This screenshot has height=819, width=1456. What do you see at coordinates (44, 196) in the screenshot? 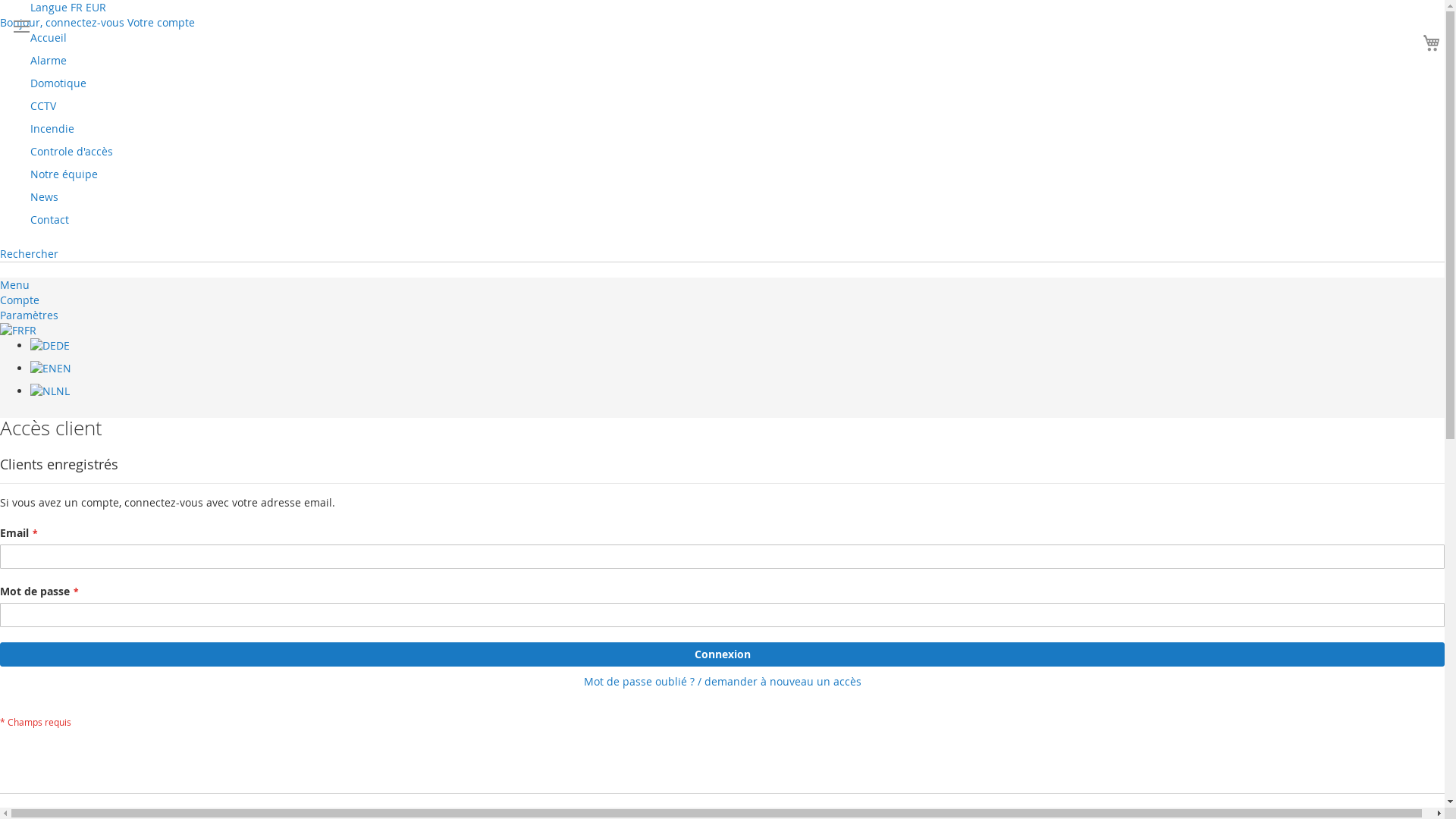
I see `'News'` at bounding box center [44, 196].